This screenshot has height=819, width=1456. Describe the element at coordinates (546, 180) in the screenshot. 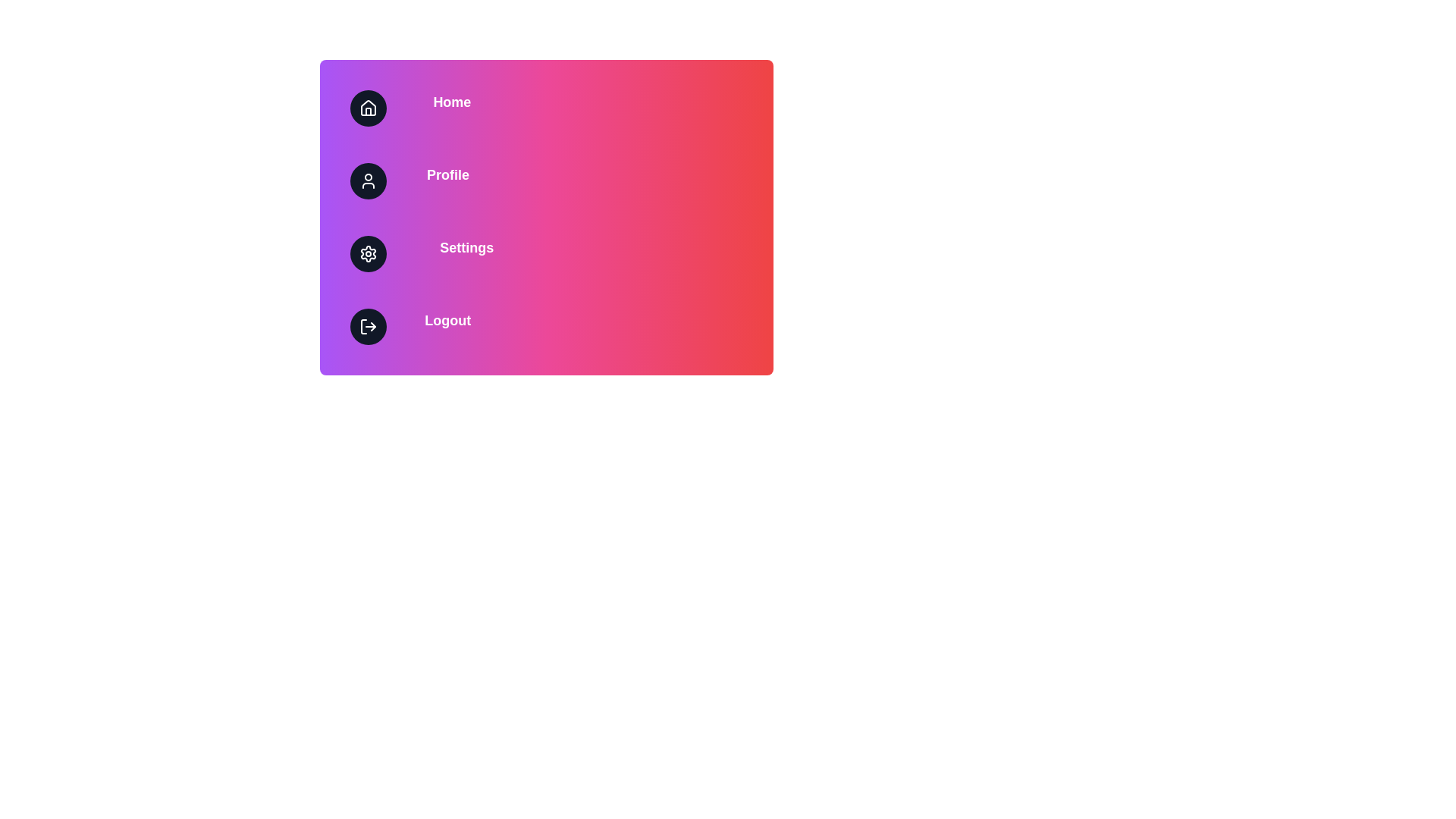

I see `the menu item labeled Profile to reveal its description` at that location.